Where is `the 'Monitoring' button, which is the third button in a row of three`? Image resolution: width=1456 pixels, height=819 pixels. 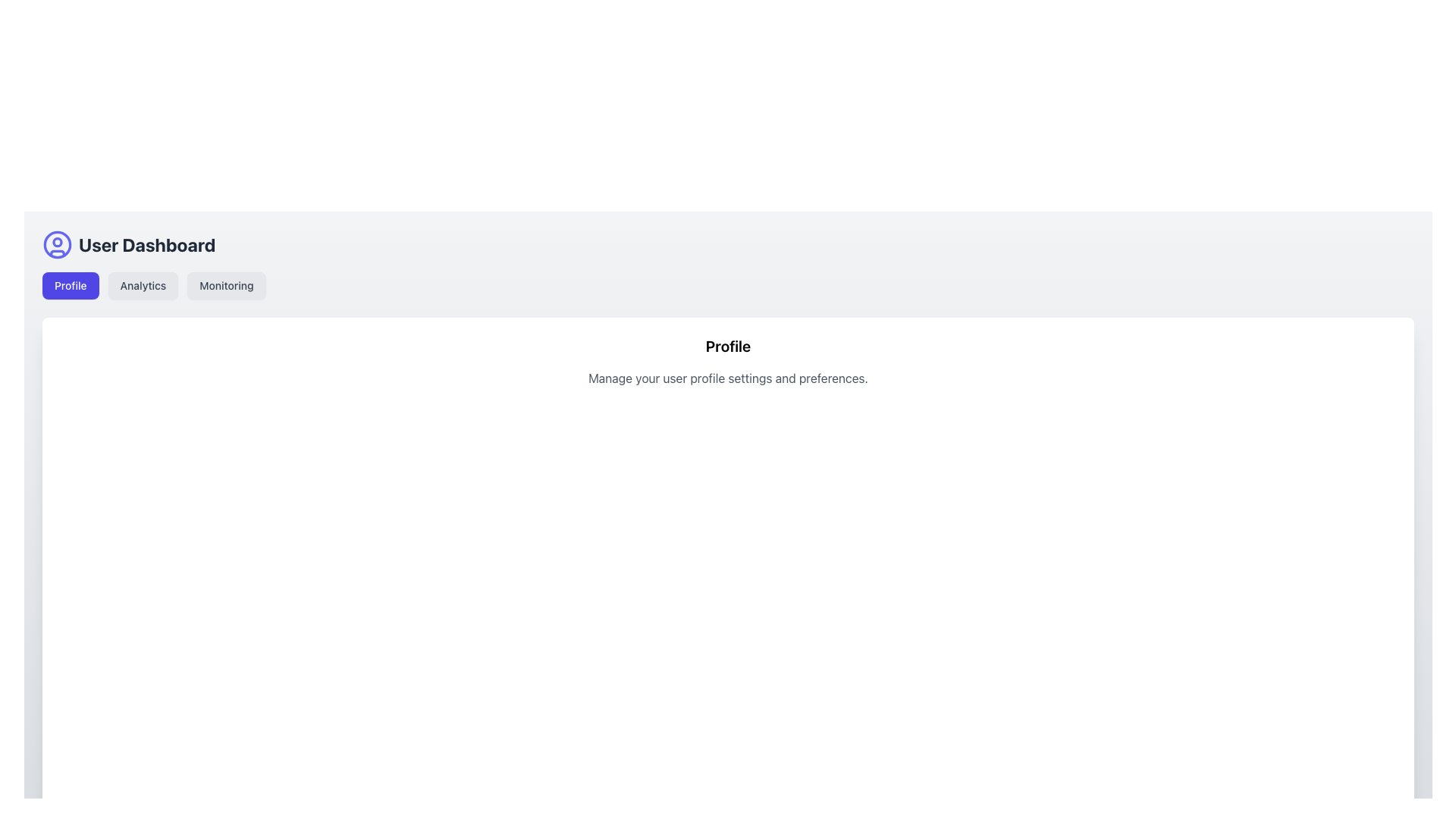 the 'Monitoring' button, which is the third button in a row of three is located at coordinates (225, 286).